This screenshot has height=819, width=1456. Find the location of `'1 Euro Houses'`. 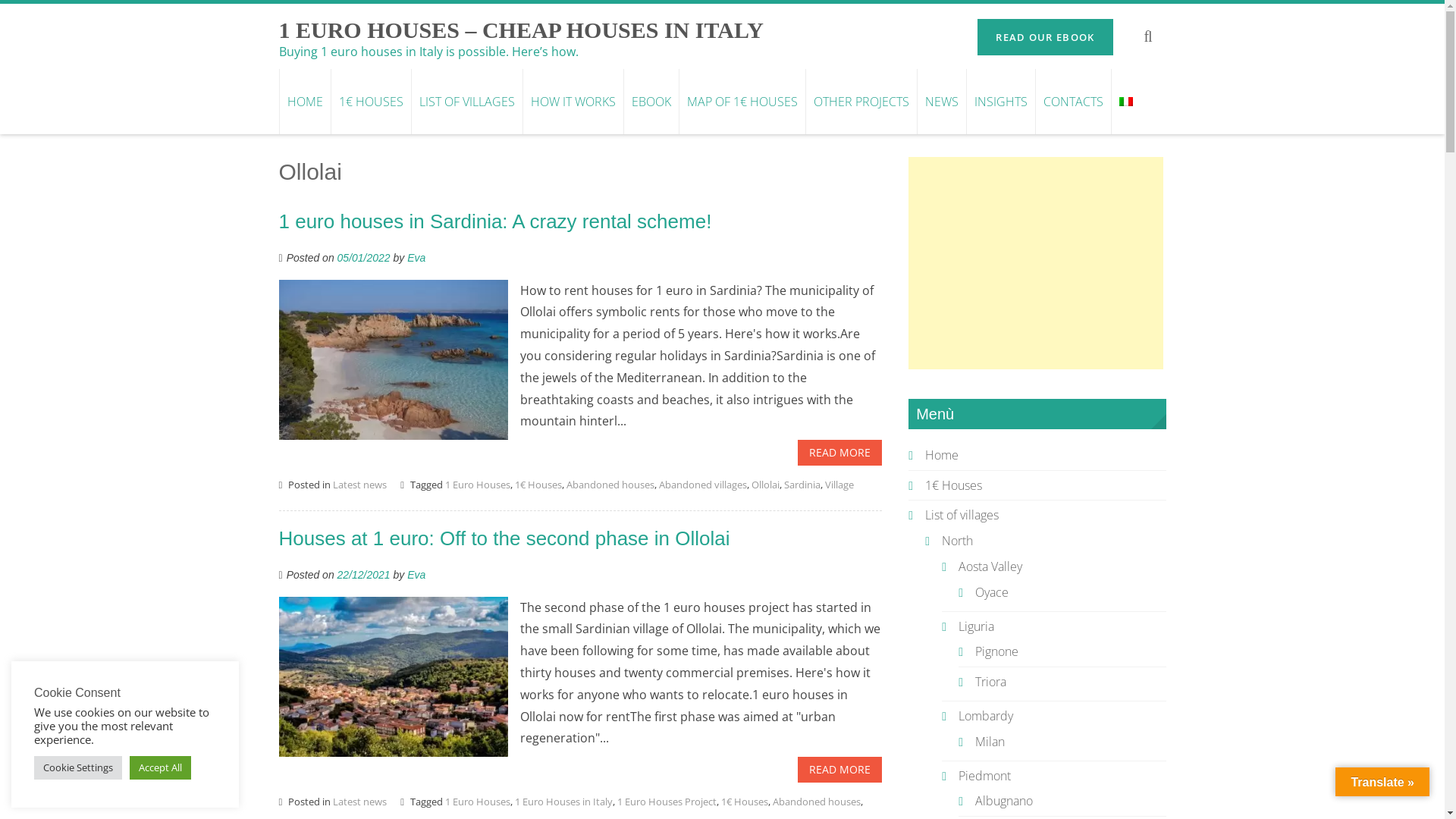

'1 Euro Houses' is located at coordinates (476, 800).